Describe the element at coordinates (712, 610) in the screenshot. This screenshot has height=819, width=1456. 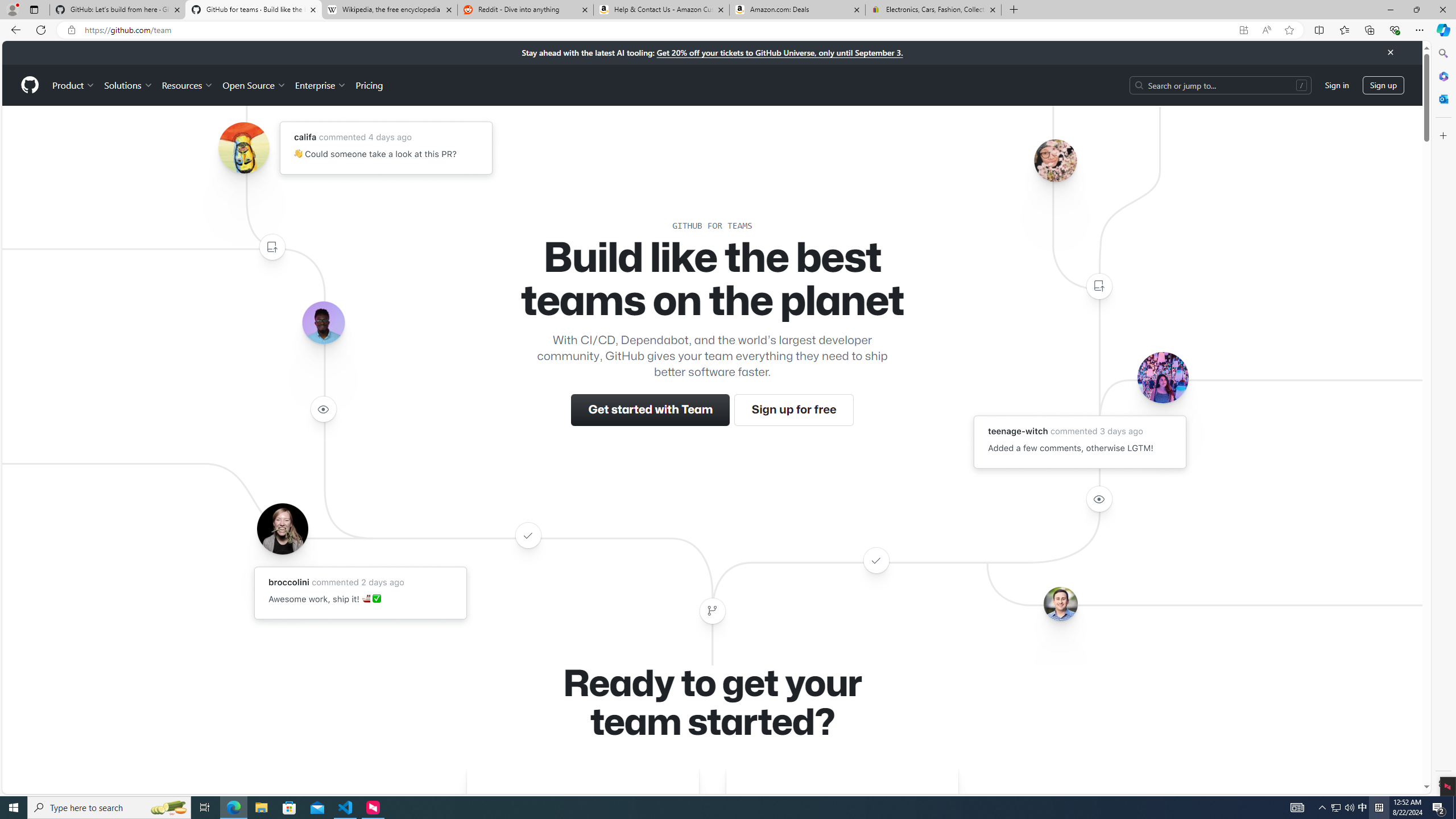
I see `'Class: color-fg-muted width-full'` at that location.